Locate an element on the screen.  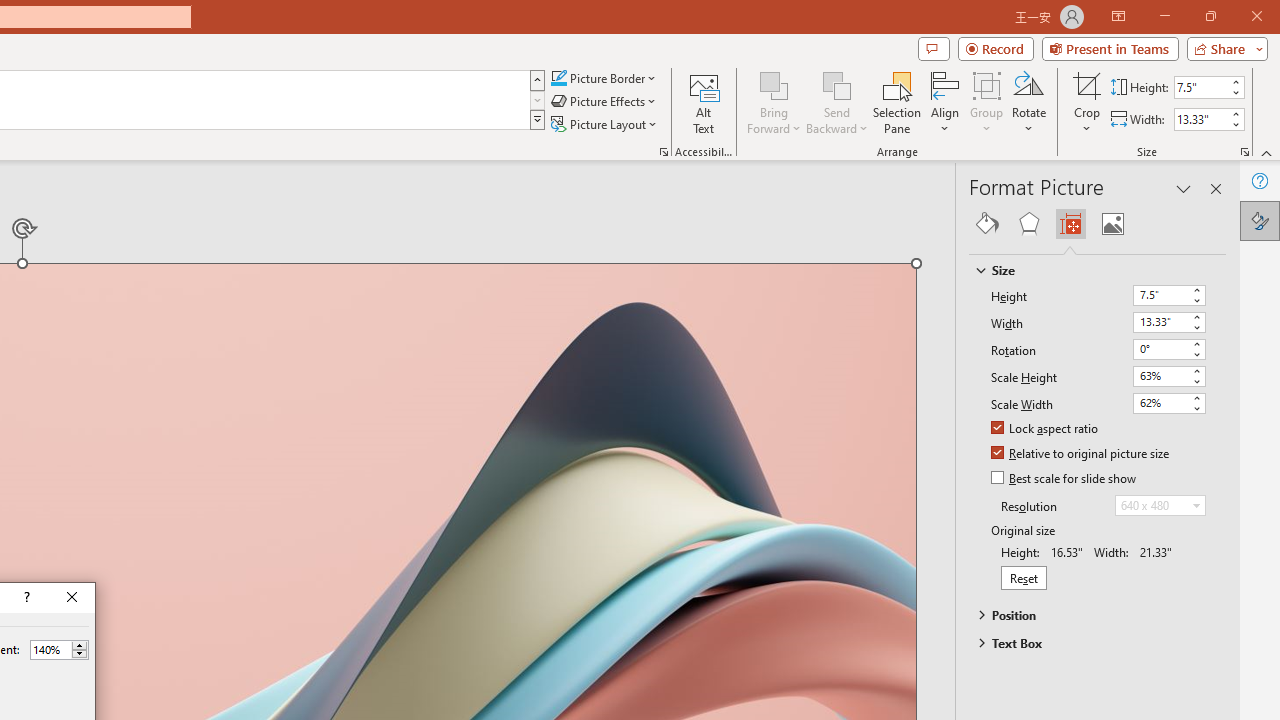
'Align' is located at coordinates (944, 103).